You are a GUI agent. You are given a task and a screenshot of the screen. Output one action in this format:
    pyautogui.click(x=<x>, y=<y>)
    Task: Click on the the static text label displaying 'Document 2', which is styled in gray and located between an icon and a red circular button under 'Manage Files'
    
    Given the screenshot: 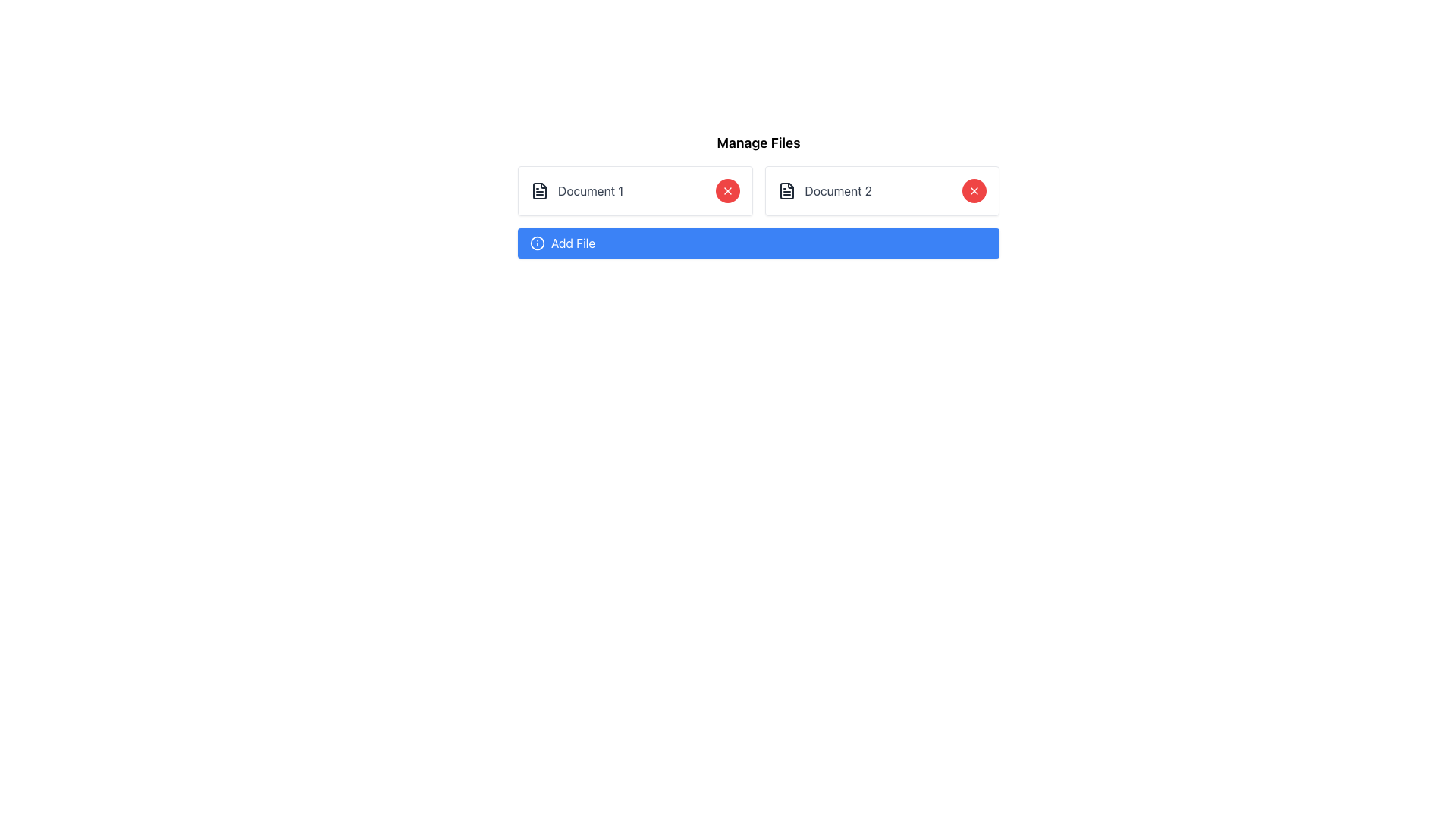 What is the action you would take?
    pyautogui.click(x=837, y=190)
    